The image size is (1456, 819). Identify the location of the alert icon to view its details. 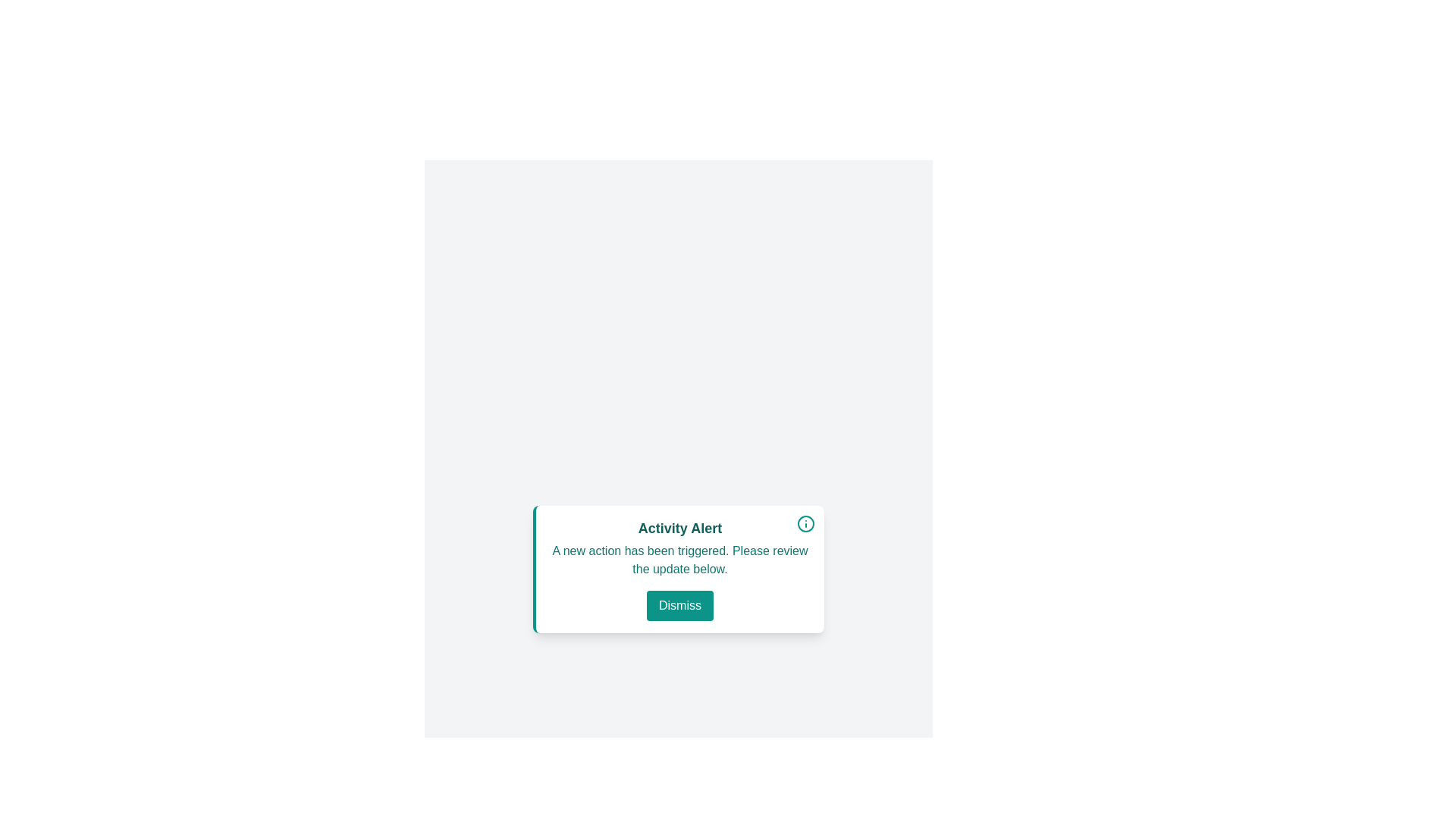
(805, 522).